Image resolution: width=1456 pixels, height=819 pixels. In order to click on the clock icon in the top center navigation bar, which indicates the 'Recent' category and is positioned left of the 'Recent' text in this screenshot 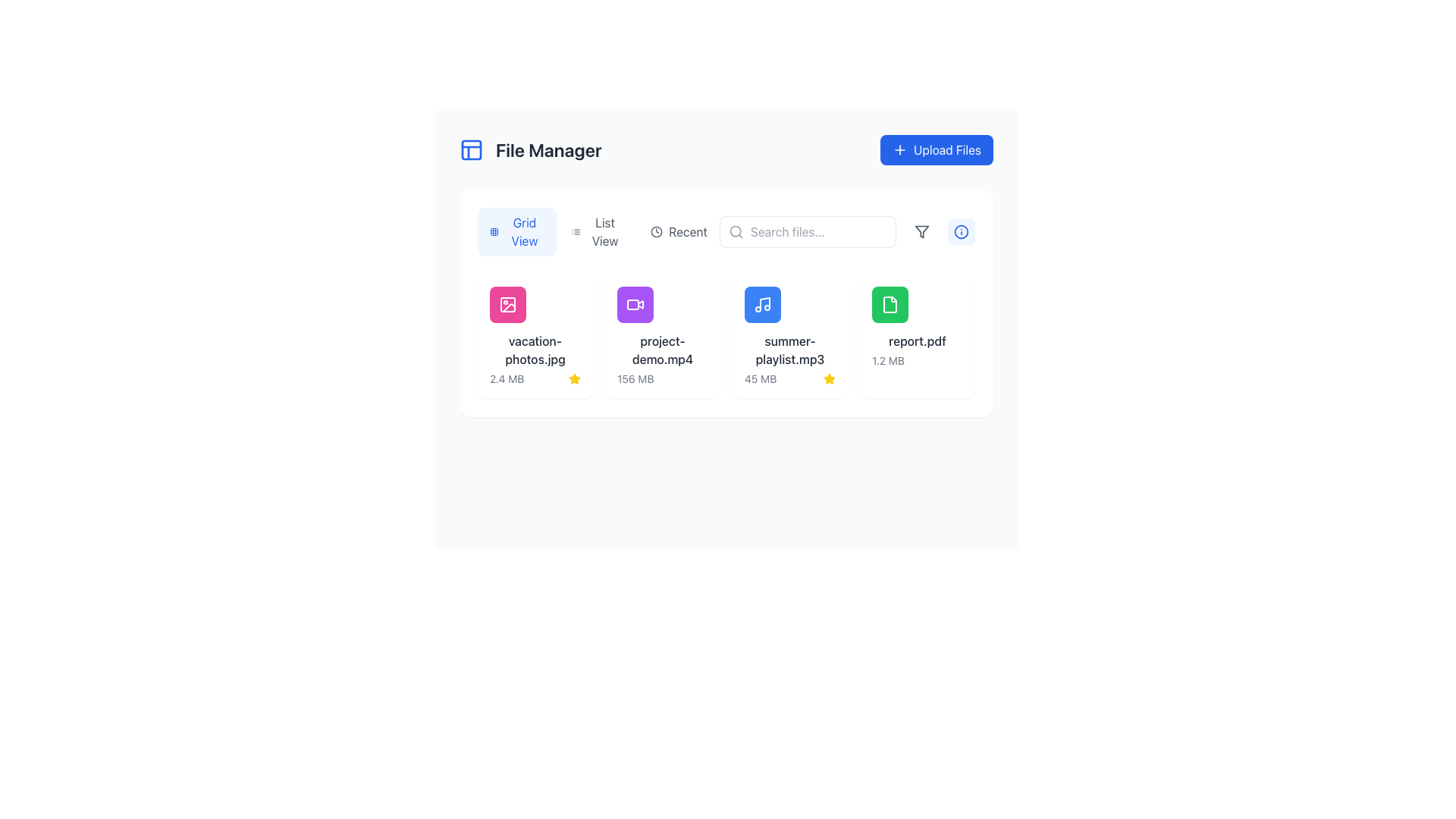, I will do `click(657, 231)`.